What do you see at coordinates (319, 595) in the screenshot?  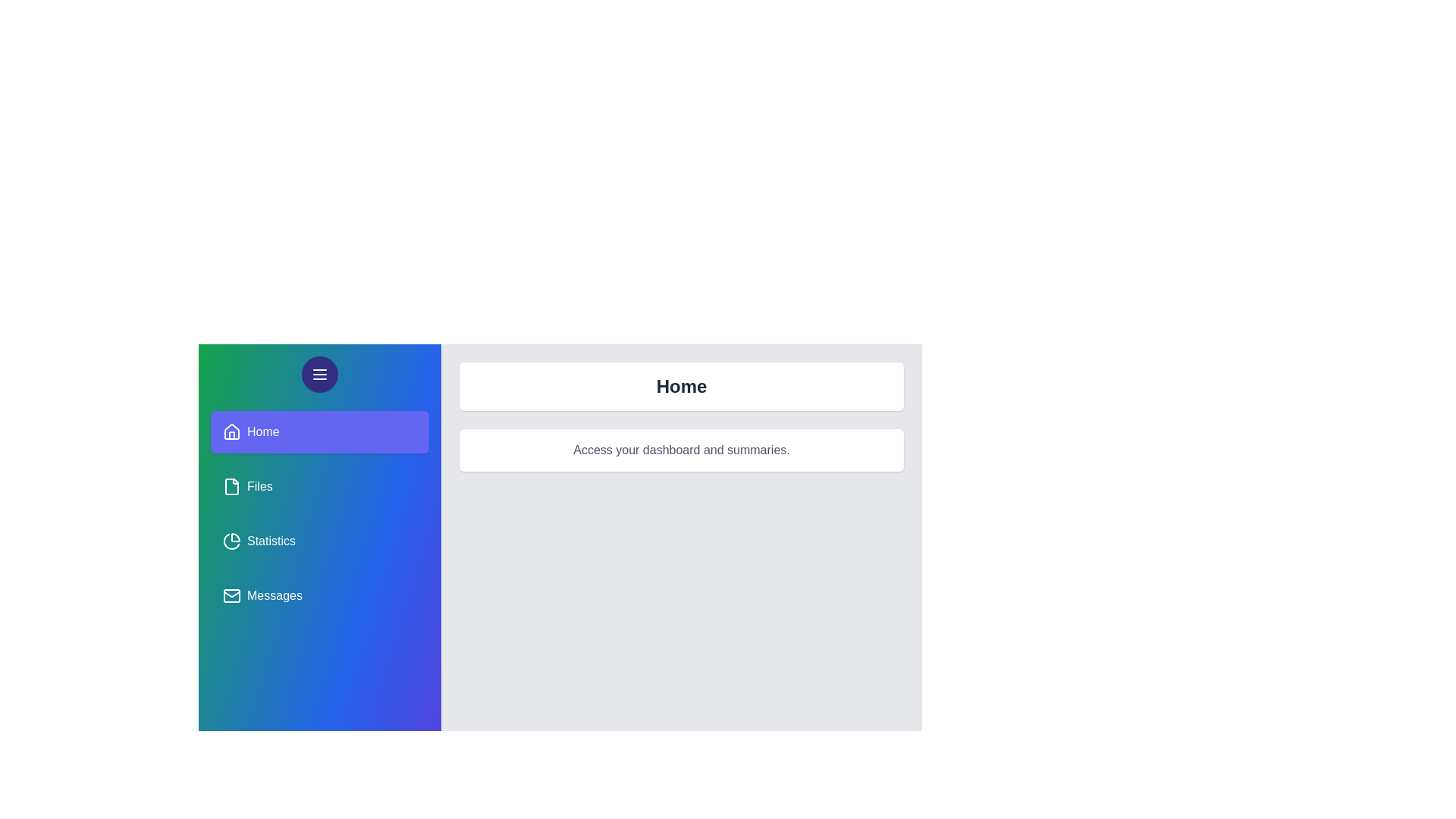 I see `the panel named Messages from the sidebar` at bounding box center [319, 595].